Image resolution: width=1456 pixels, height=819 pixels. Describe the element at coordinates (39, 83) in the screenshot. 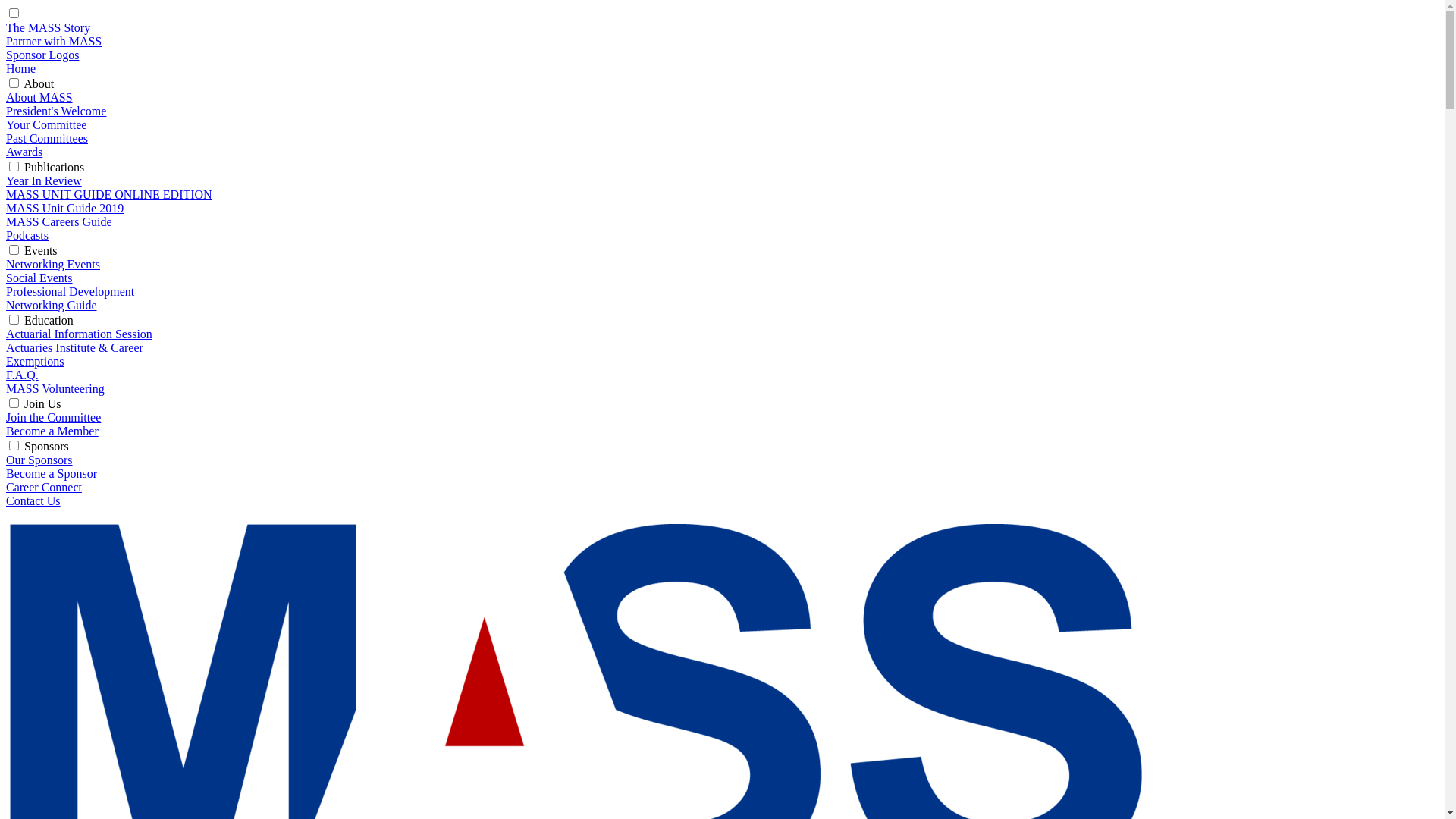

I see `'About'` at that location.